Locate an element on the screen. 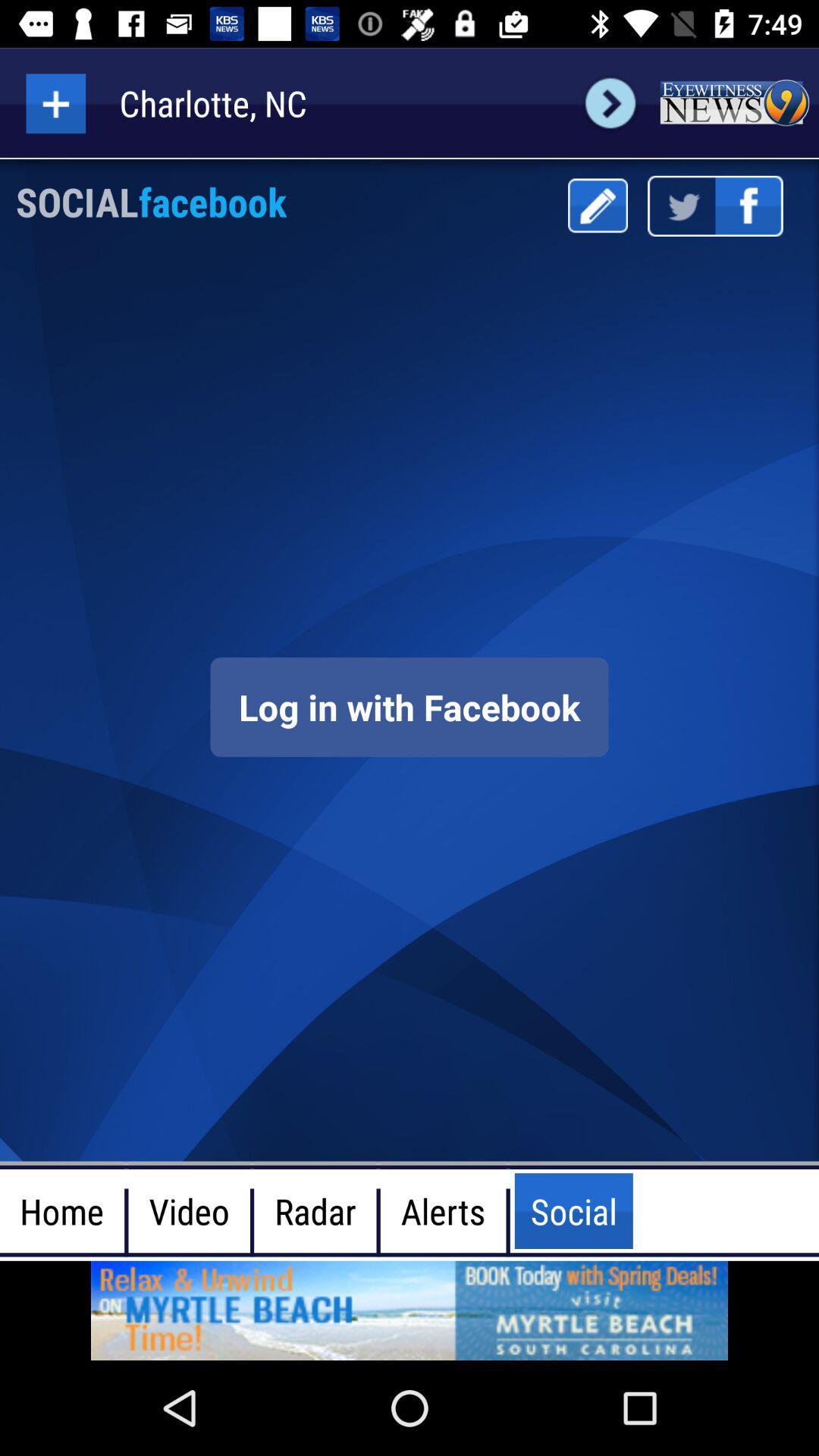 This screenshot has width=819, height=1456. open page is located at coordinates (409, 1310).